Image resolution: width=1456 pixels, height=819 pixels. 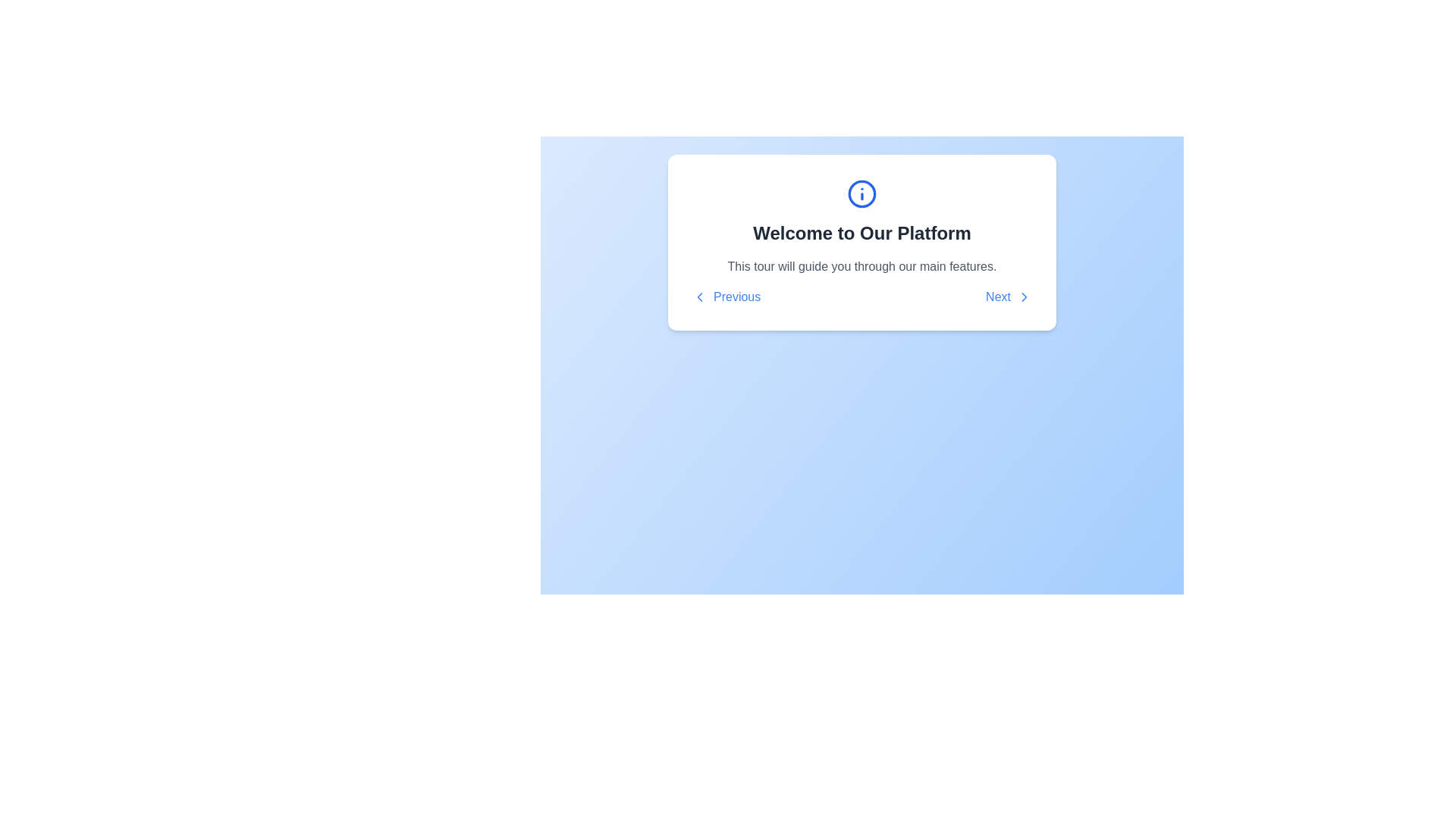 What do you see at coordinates (998, 297) in the screenshot?
I see `the 'Next' text label, which is styled in blue and positioned next to a 'chevron right' icon in the bottom-right corner of the prompt area` at bounding box center [998, 297].